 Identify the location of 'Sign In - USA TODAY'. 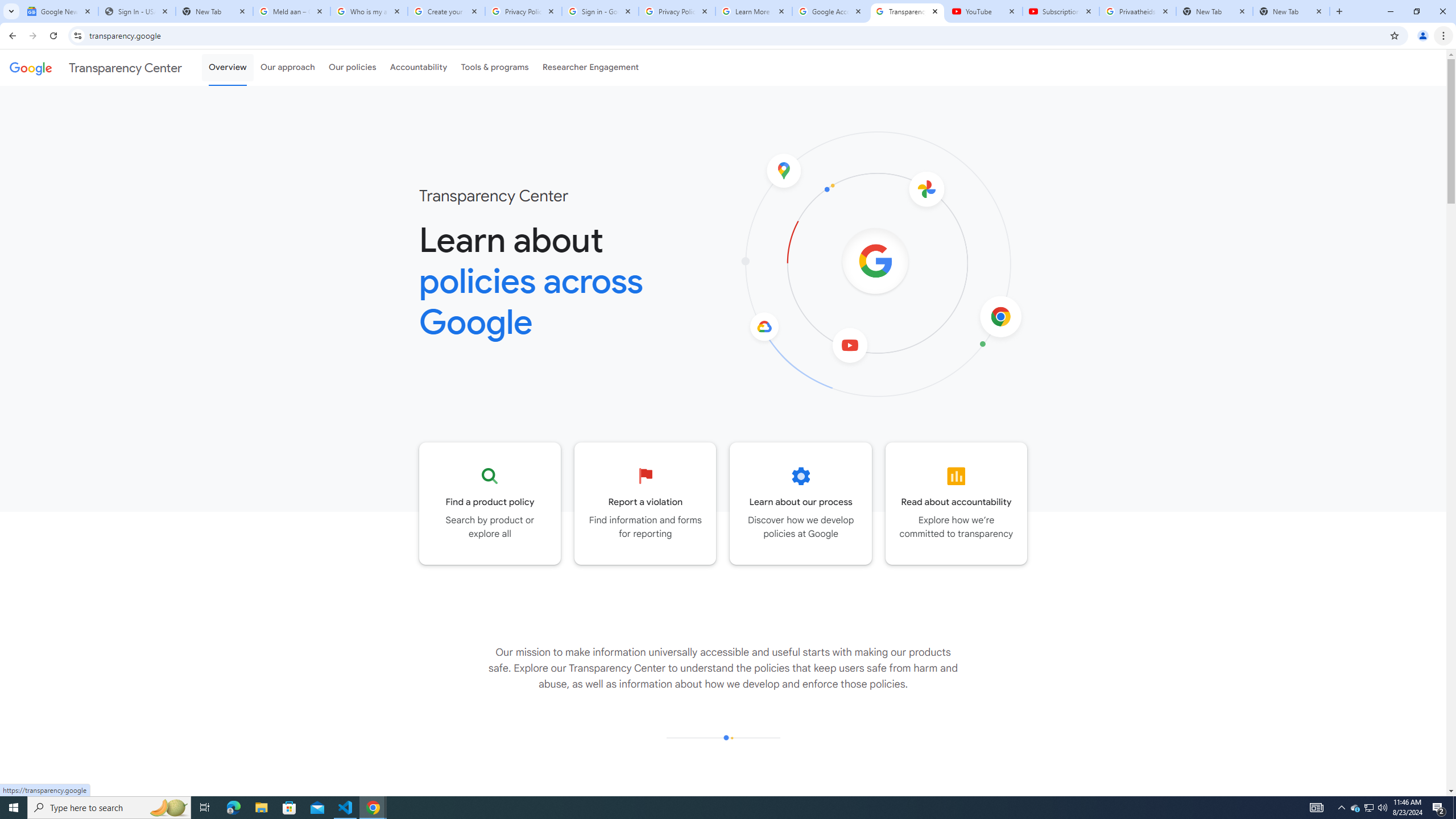
(136, 11).